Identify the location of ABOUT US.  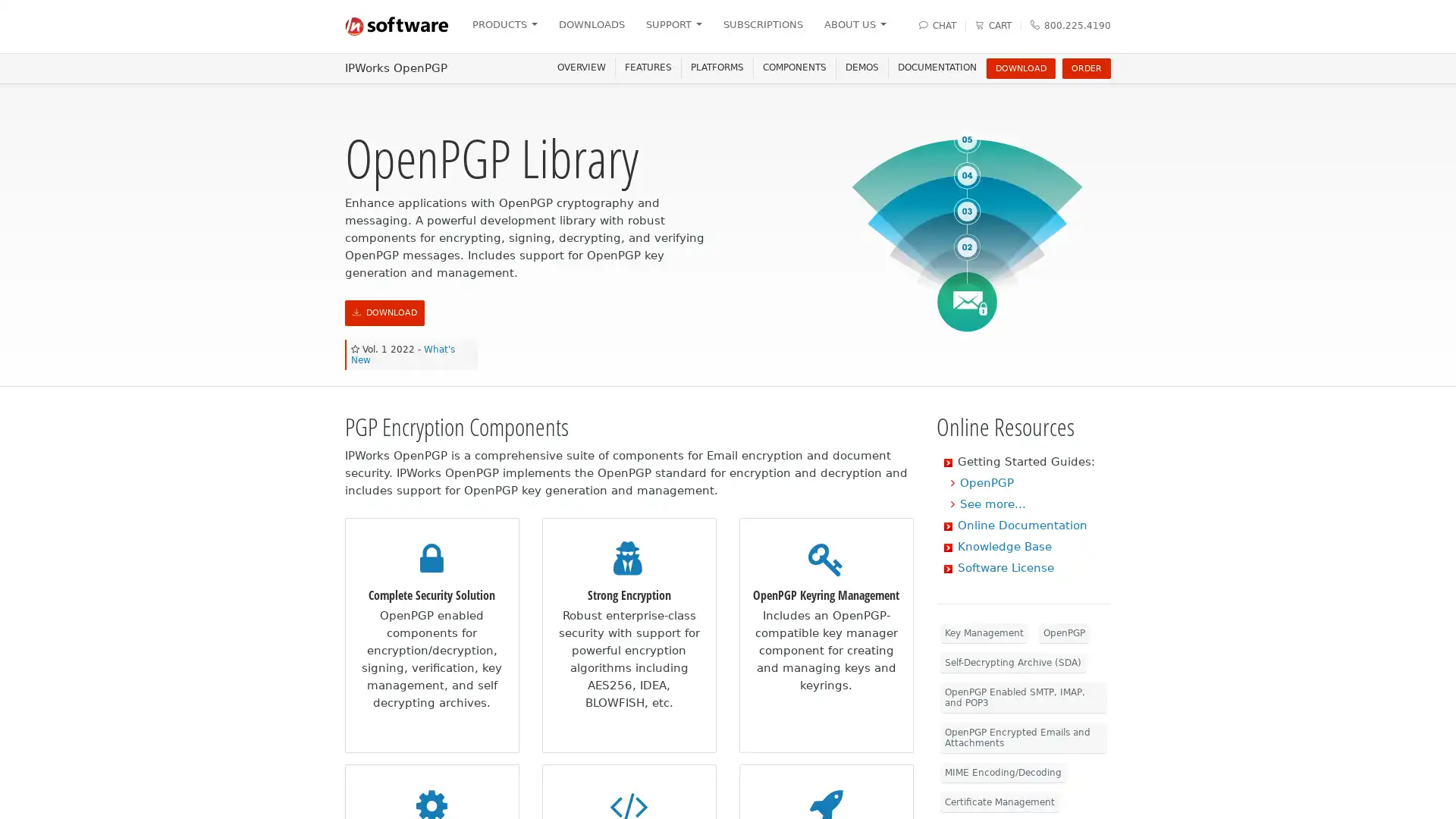
(855, 24).